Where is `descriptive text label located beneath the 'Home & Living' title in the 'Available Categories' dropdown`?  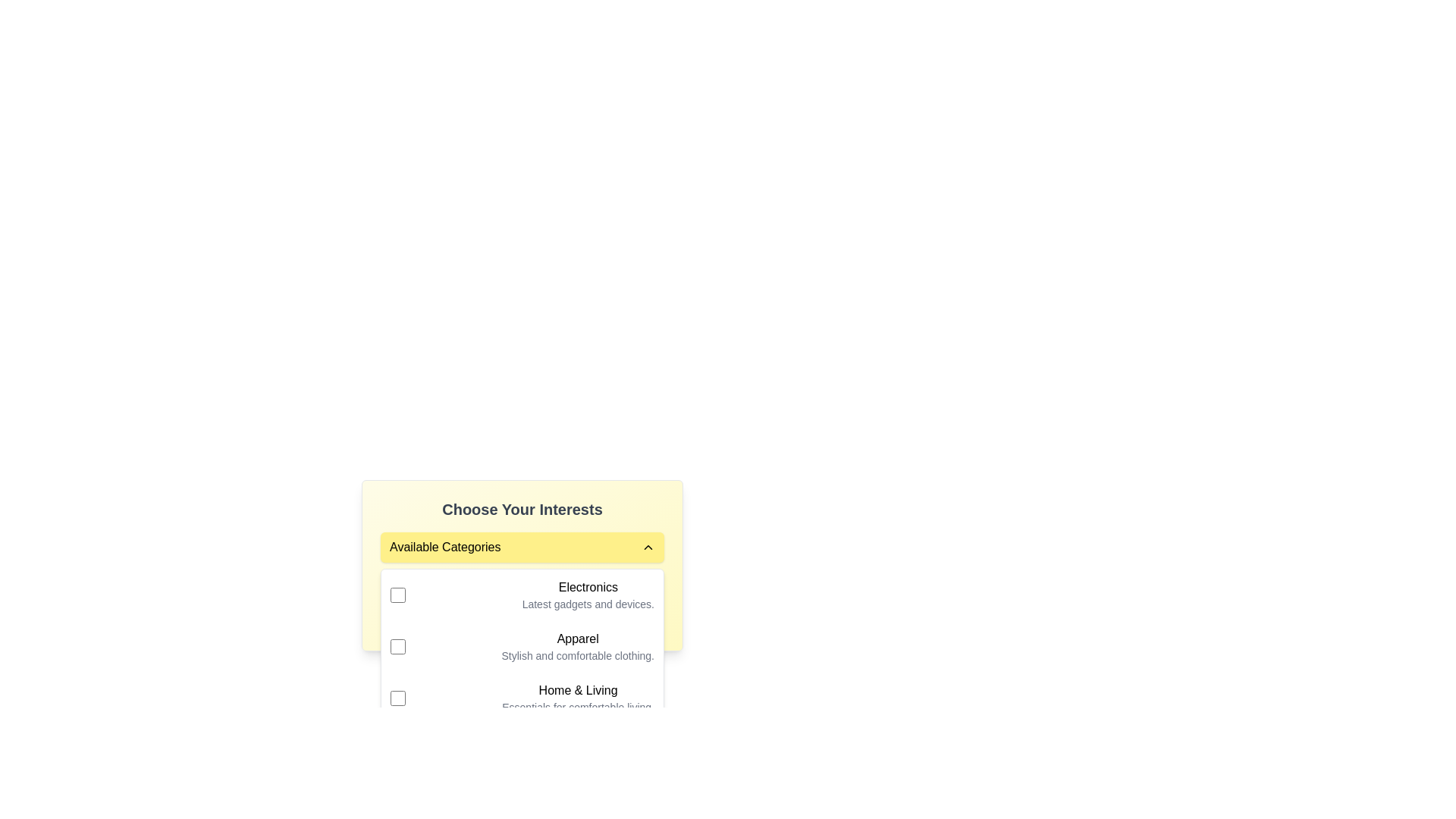 descriptive text label located beneath the 'Home & Living' title in the 'Available Categories' dropdown is located at coordinates (577, 708).